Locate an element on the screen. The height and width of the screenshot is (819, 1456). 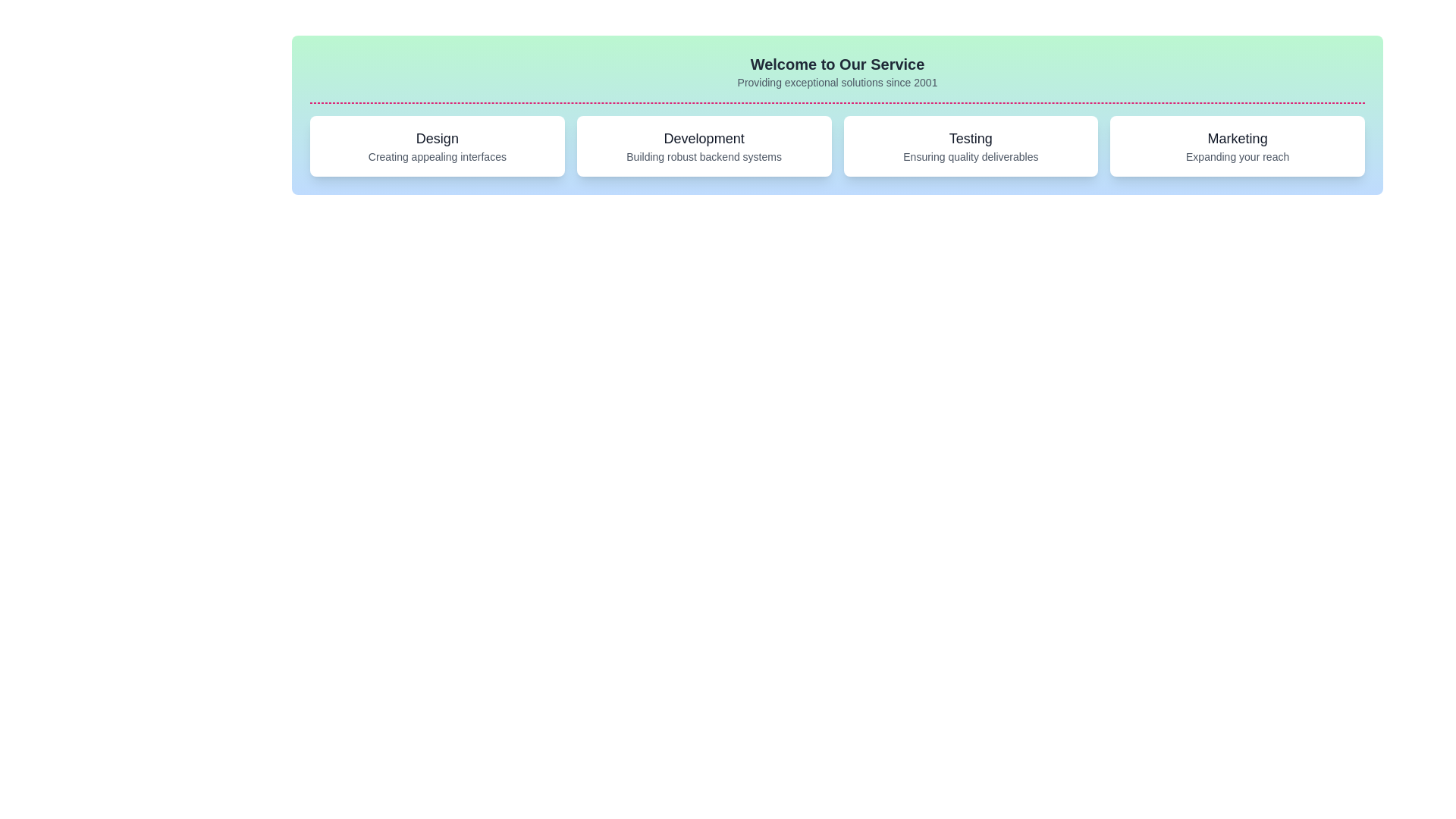
the Informational Card that contains the text 'Design' in bold dark gray and 'Creating appealing interfaces' in lighter gray, which is the first card in a horizontal grid of four cards below the title 'Welcome to Our Service' is located at coordinates (436, 146).